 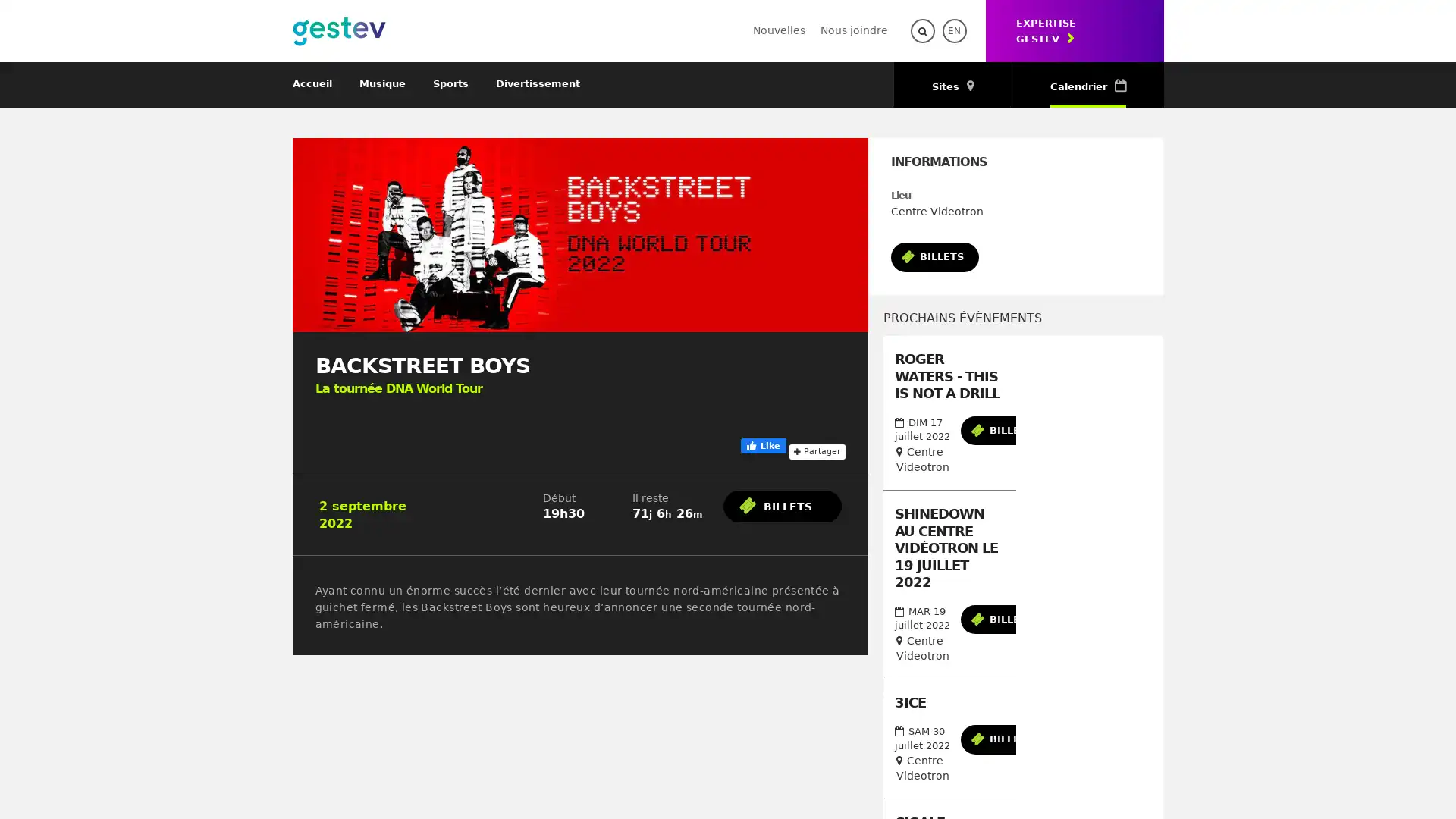 What do you see at coordinates (815, 450) in the screenshot?
I see `Partager` at bounding box center [815, 450].